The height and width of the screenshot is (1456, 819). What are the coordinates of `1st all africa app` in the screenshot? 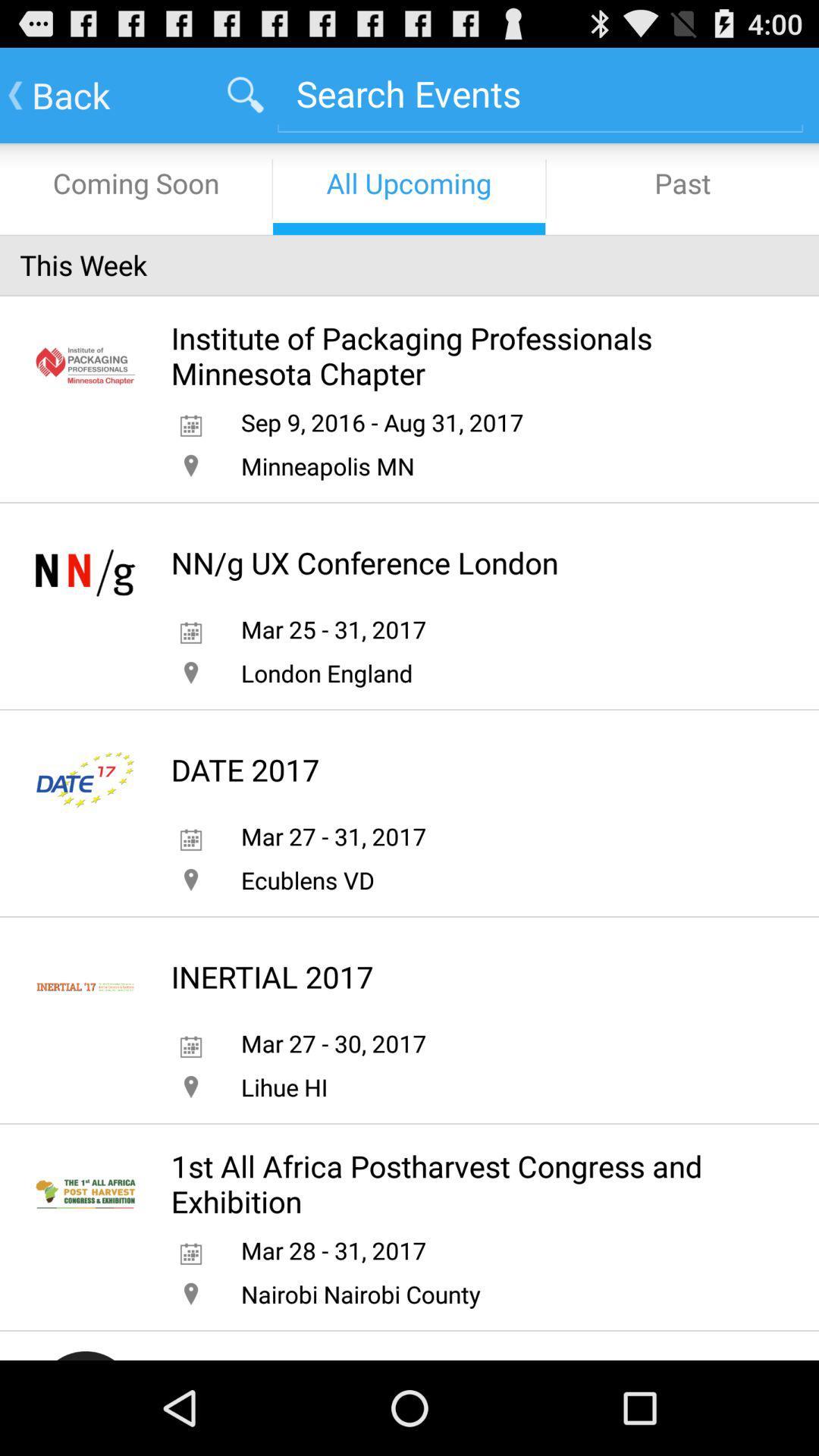 It's located at (462, 1183).